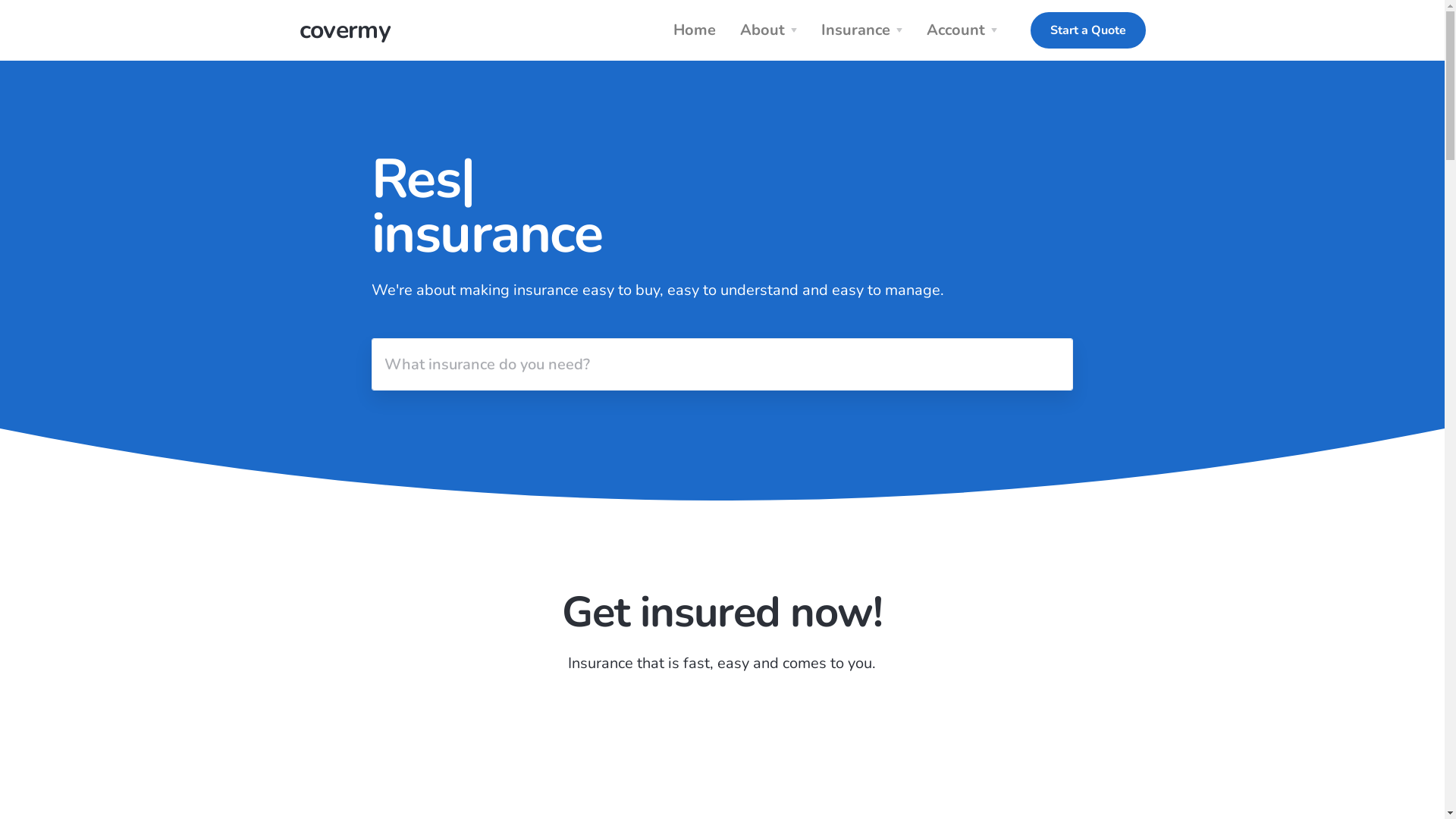 Image resolution: width=1456 pixels, height=819 pixels. Describe the element at coordinates (694, 30) in the screenshot. I see `'Home'` at that location.